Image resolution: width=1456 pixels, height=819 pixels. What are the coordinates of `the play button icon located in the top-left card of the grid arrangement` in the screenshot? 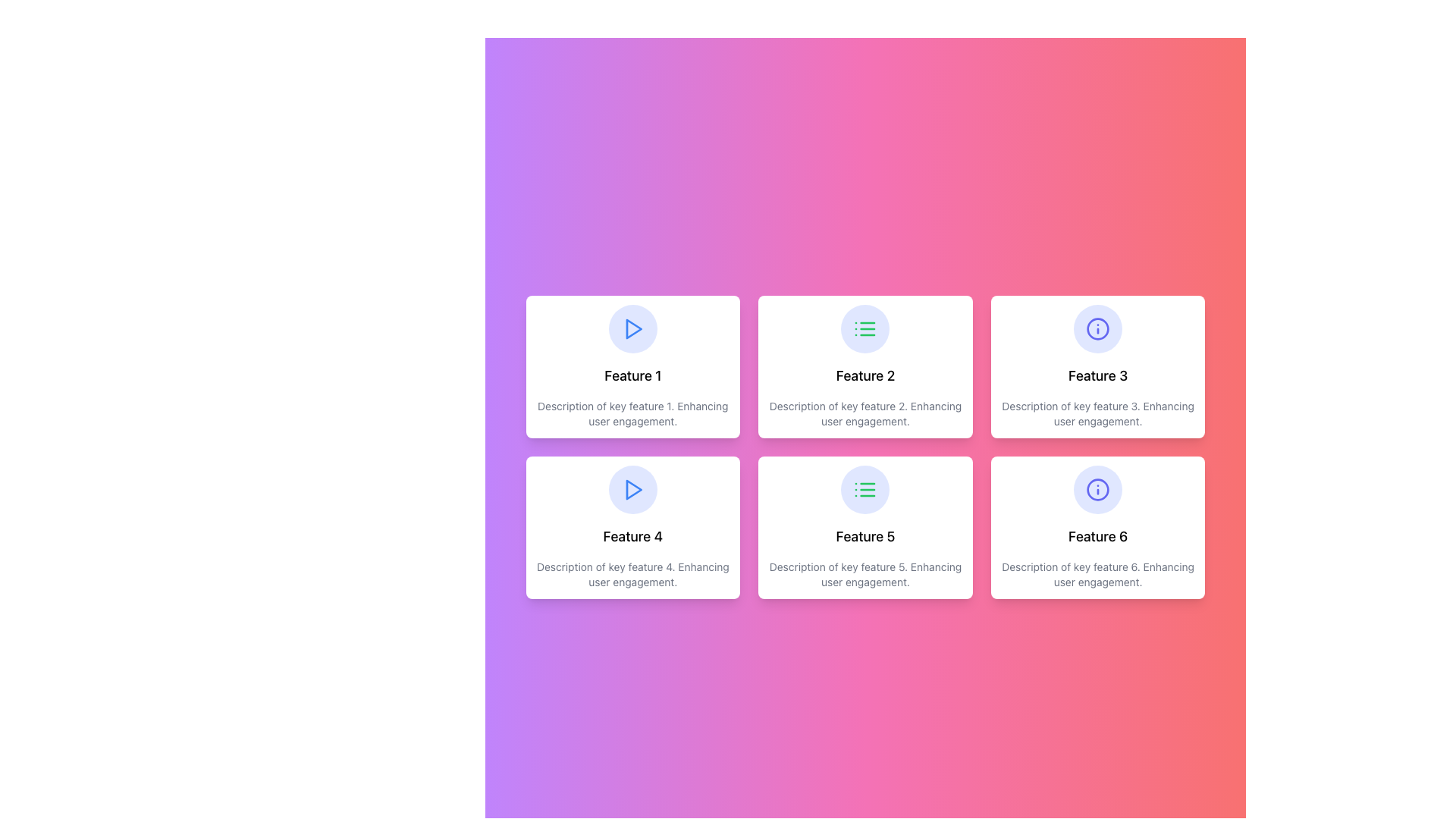 It's located at (632, 328).